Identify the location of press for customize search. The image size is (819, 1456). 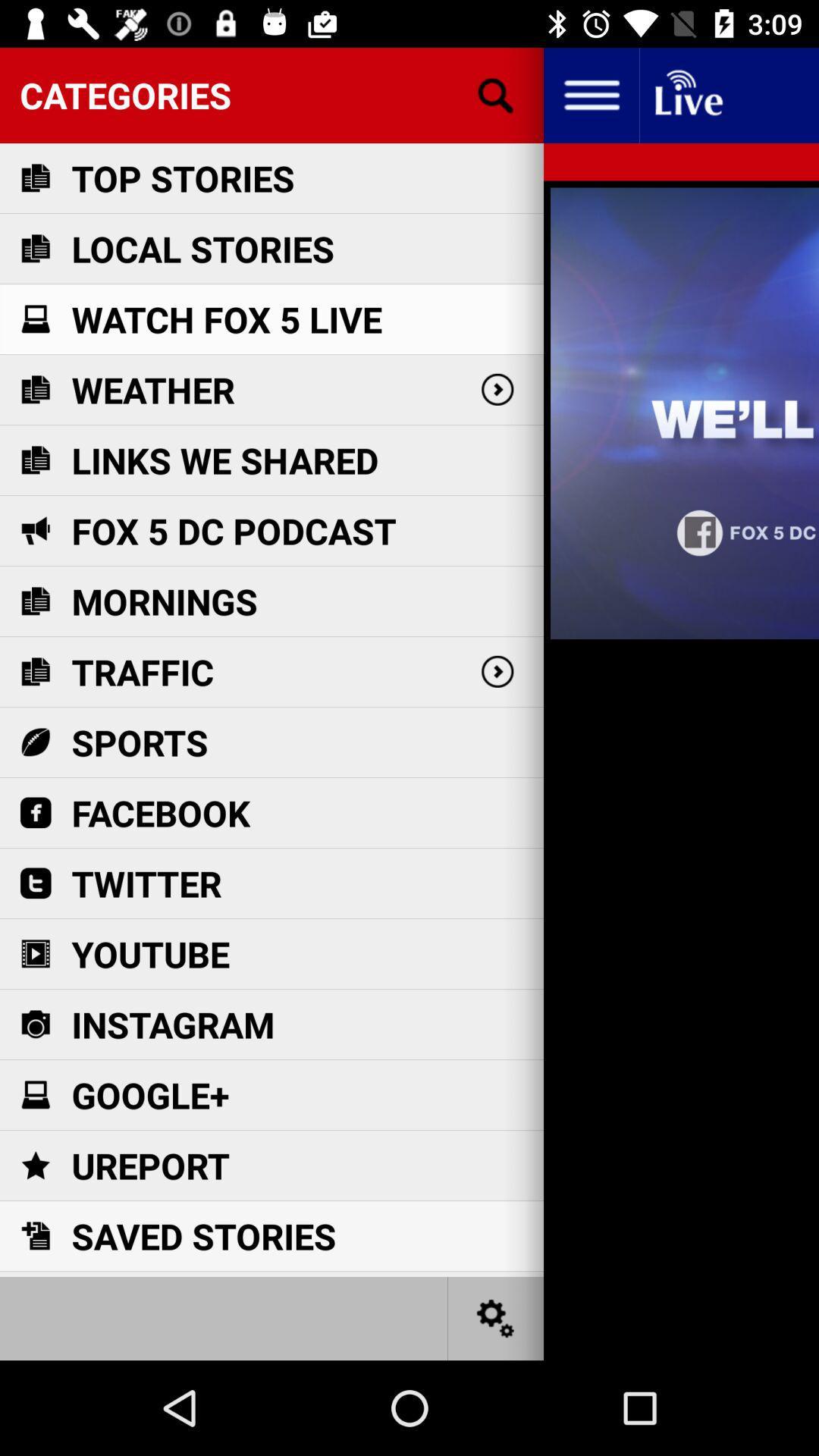
(496, 94).